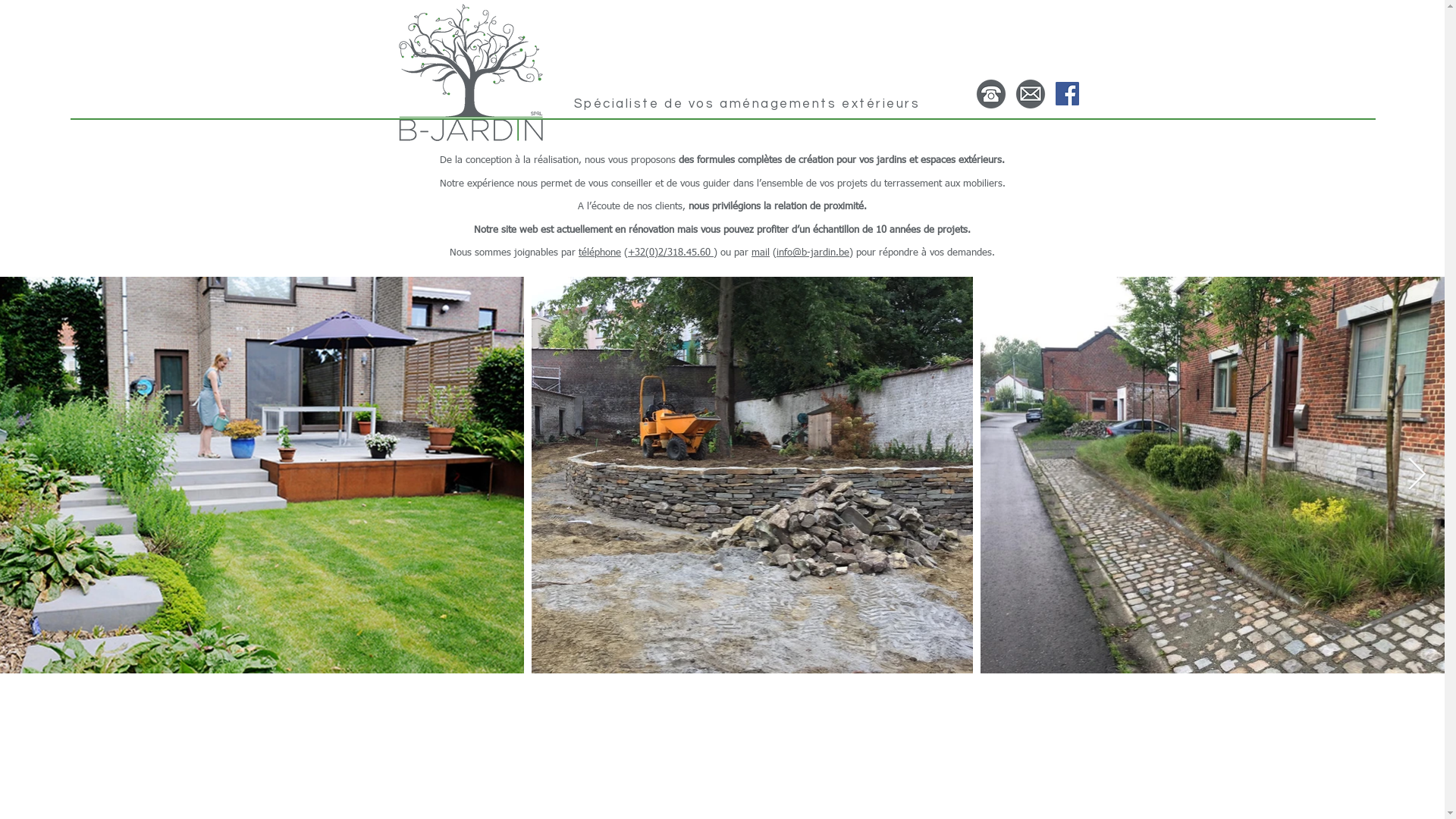 The height and width of the screenshot is (819, 1456). Describe the element at coordinates (628, 252) in the screenshot. I see `'+32(0)2/'` at that location.